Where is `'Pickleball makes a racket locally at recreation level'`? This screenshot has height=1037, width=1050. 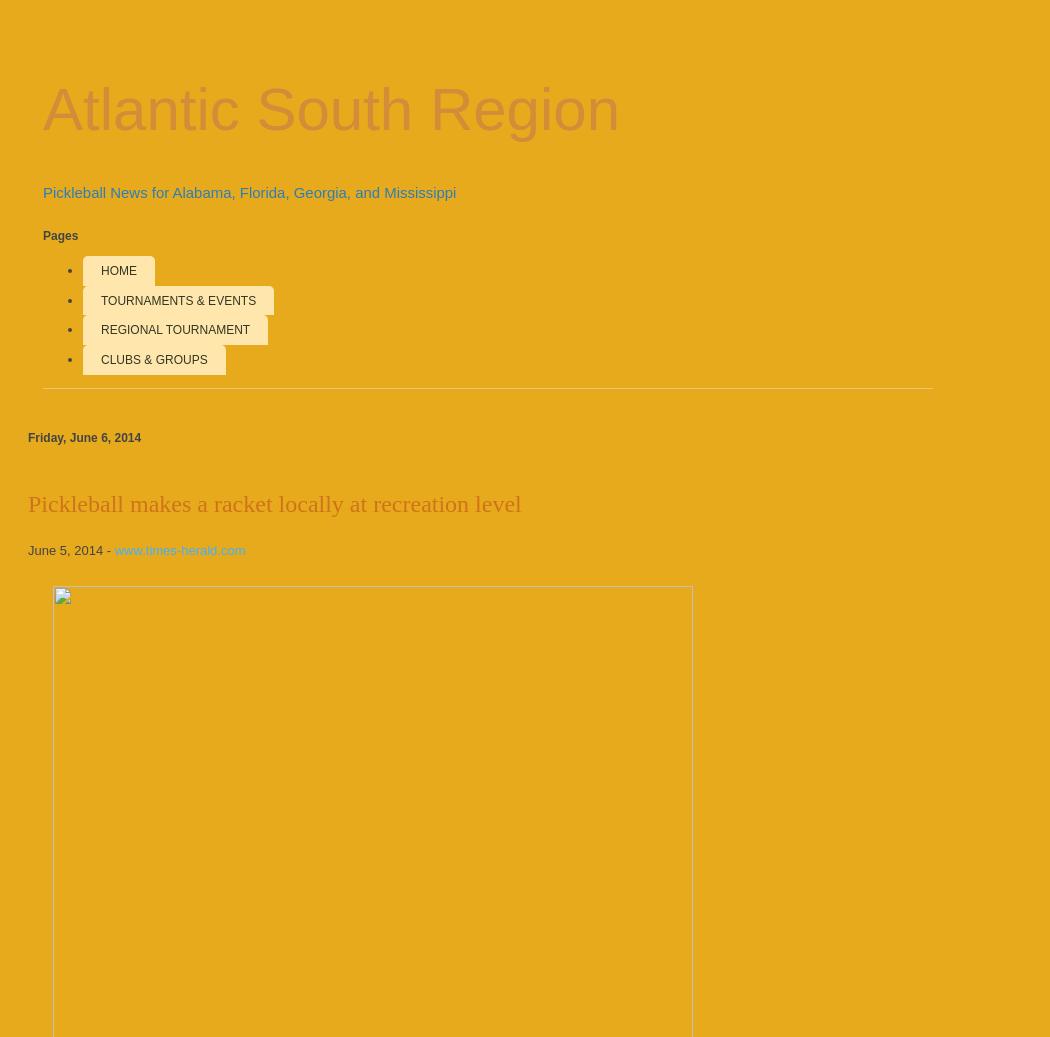 'Pickleball makes a racket locally at recreation level' is located at coordinates (273, 502).